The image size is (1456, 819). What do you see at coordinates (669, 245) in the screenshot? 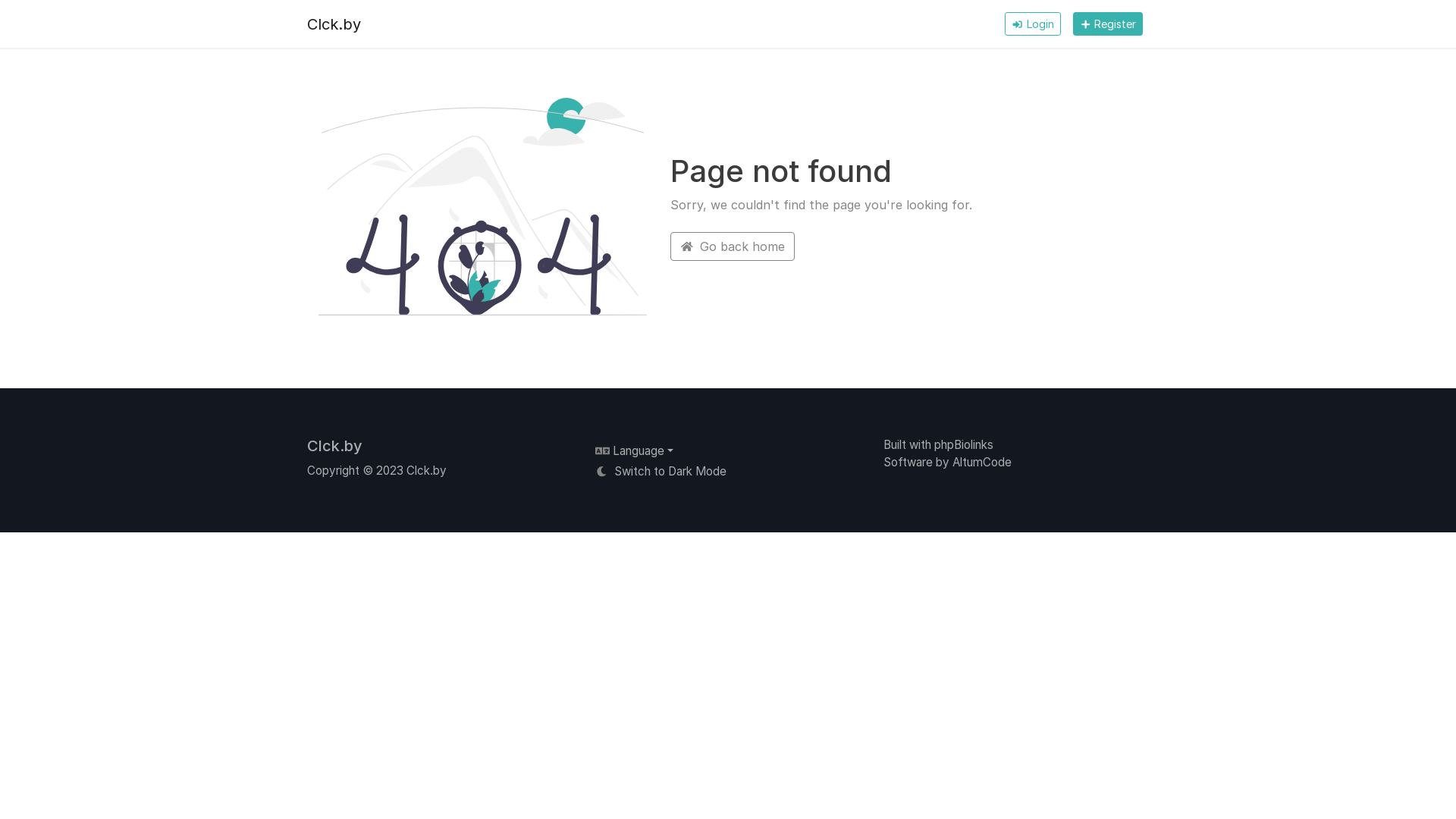
I see `'Go back home'` at bounding box center [669, 245].